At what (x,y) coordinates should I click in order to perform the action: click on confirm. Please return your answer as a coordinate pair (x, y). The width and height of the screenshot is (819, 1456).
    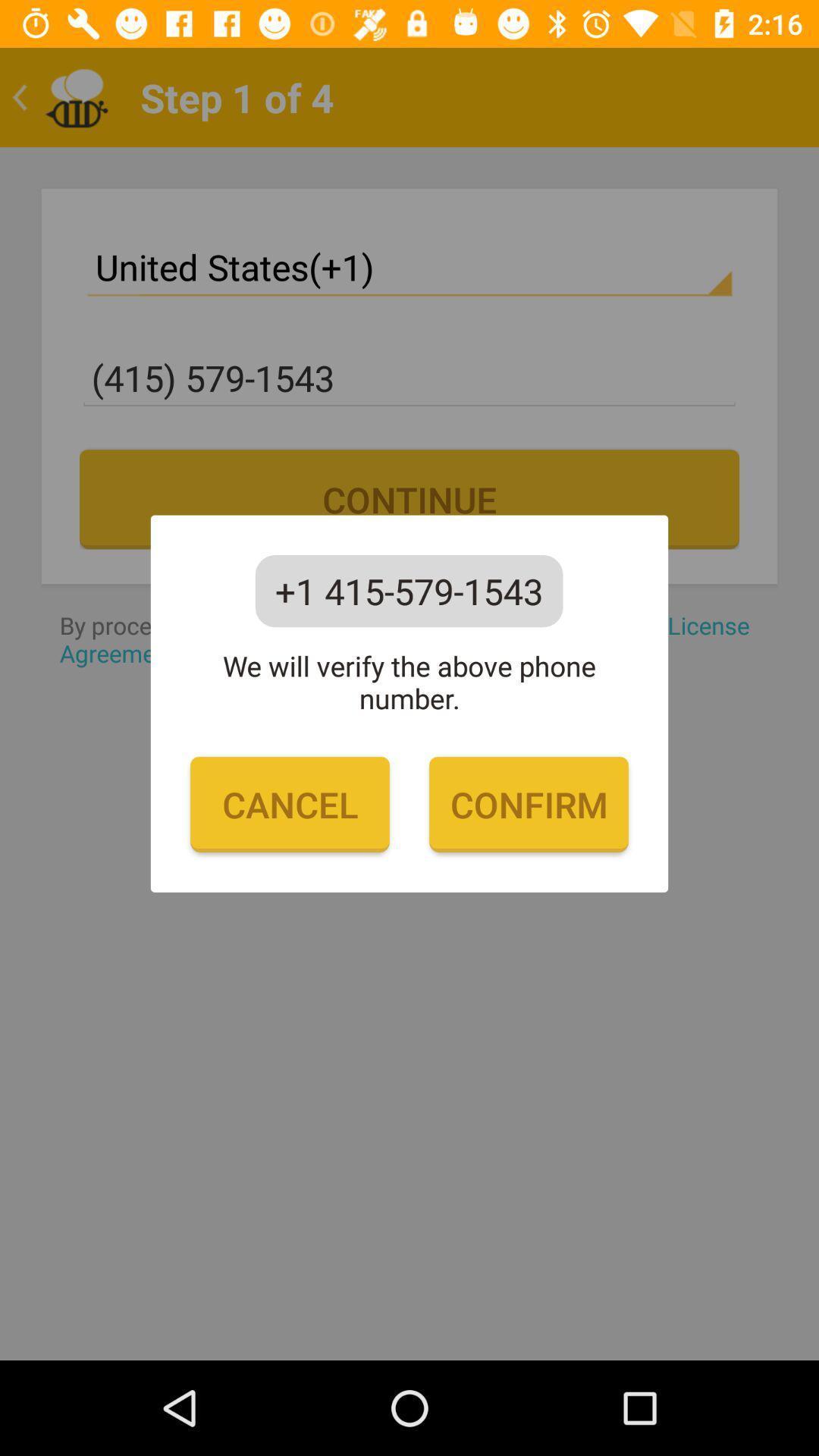
    Looking at the image, I should click on (528, 804).